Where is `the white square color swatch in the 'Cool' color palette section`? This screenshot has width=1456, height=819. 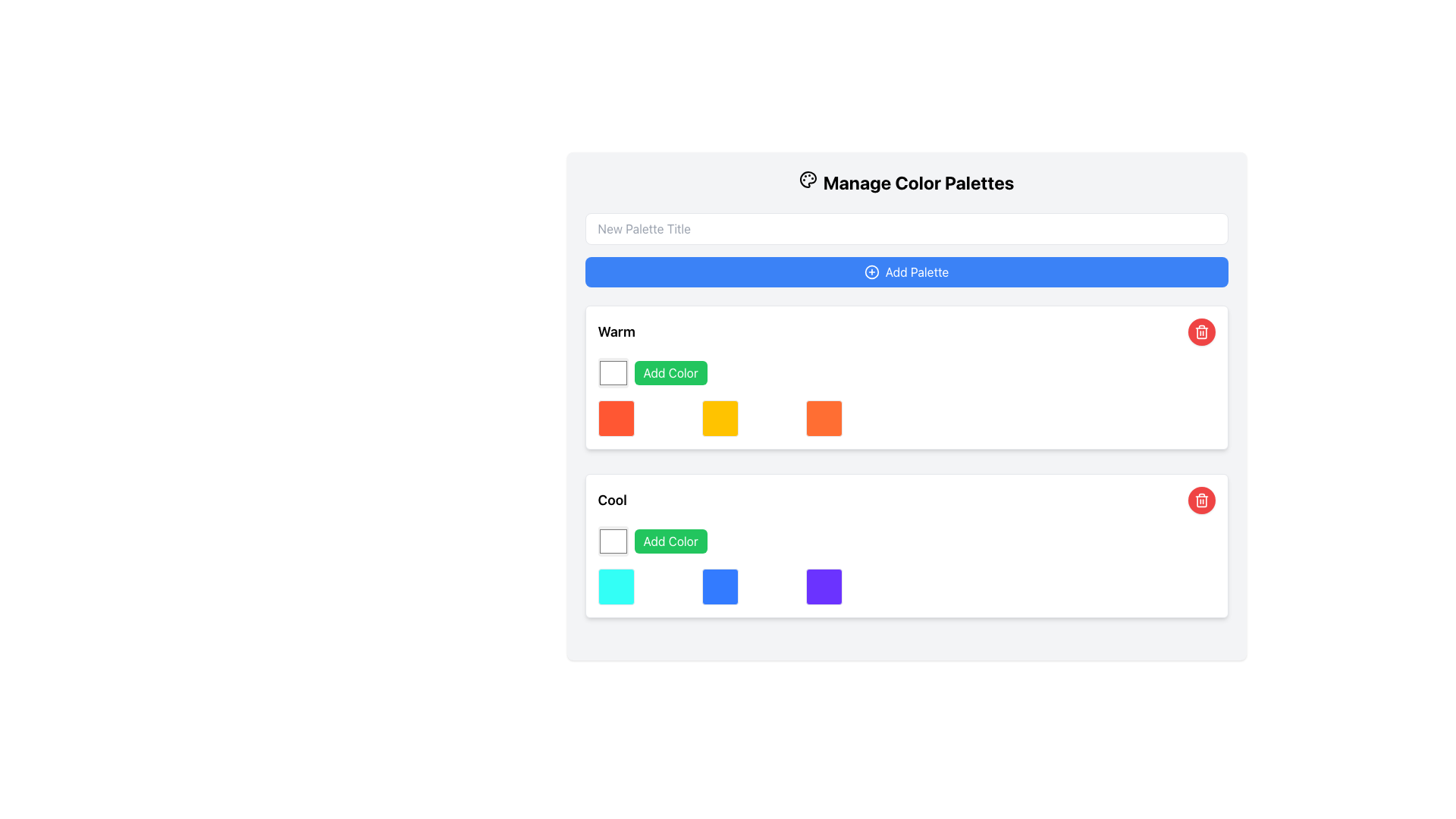 the white square color swatch in the 'Cool' color palette section is located at coordinates (613, 540).